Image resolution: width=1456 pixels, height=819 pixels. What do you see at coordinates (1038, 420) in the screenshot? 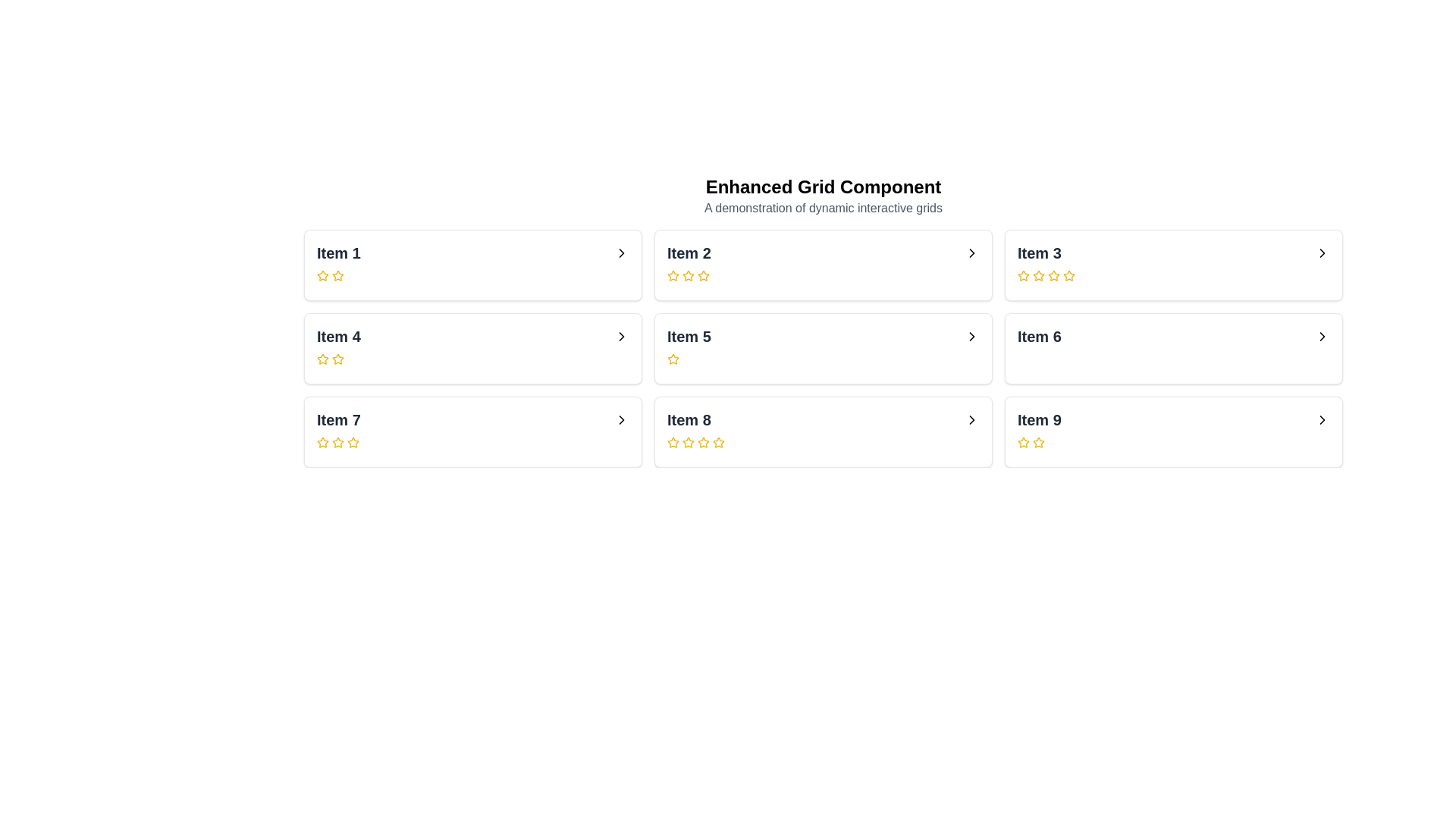
I see `the text label displaying 'Item 9', which is styled with a bold, larger font in dark gray color, located in the bottom-right corner of the layout, adjacent to a right arrow icon` at bounding box center [1038, 420].